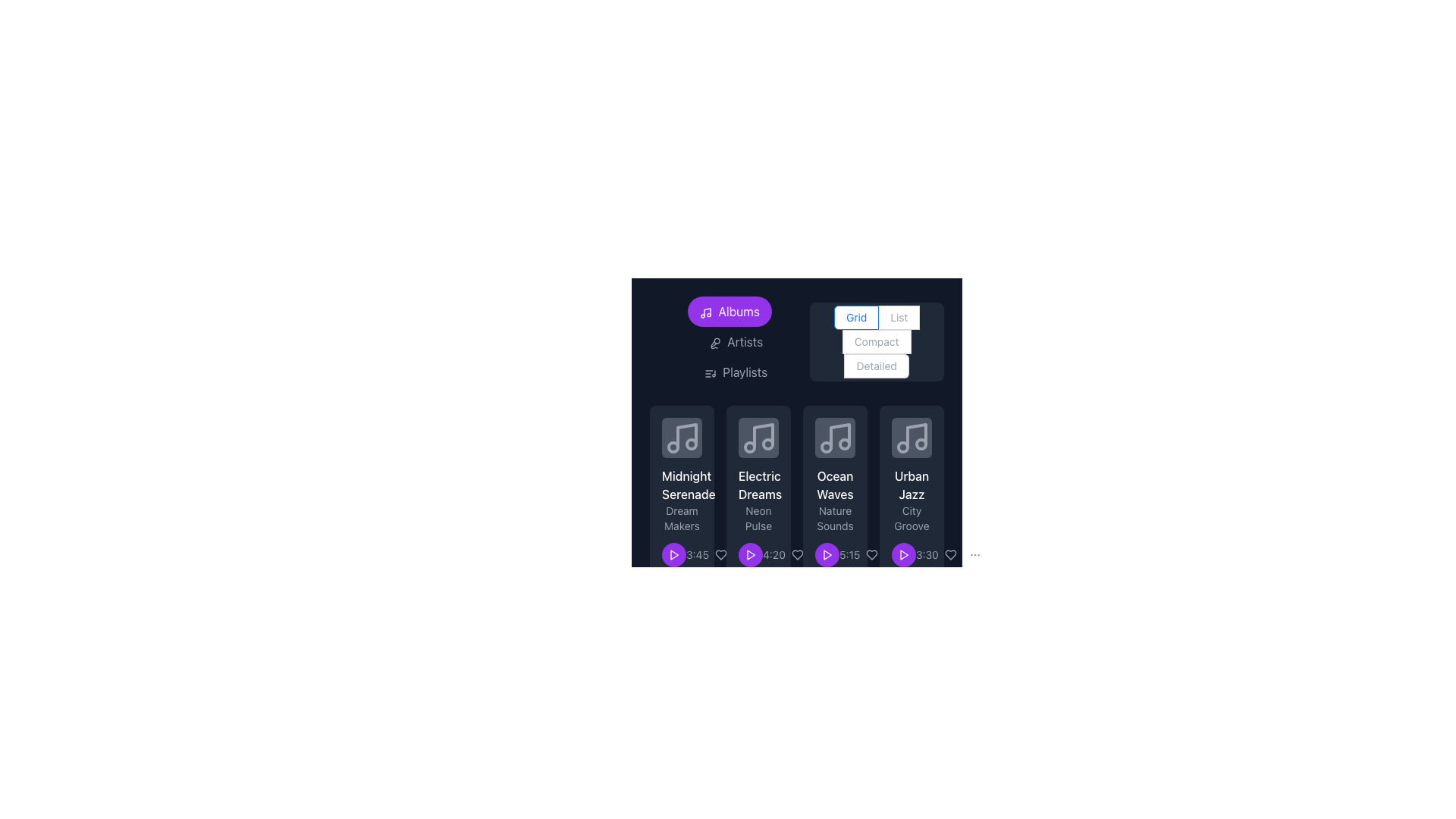  What do you see at coordinates (899, 317) in the screenshot?
I see `the 'List' radio button, which is the second button in a group of radio buttons including 'Grid' and 'Compact'` at bounding box center [899, 317].